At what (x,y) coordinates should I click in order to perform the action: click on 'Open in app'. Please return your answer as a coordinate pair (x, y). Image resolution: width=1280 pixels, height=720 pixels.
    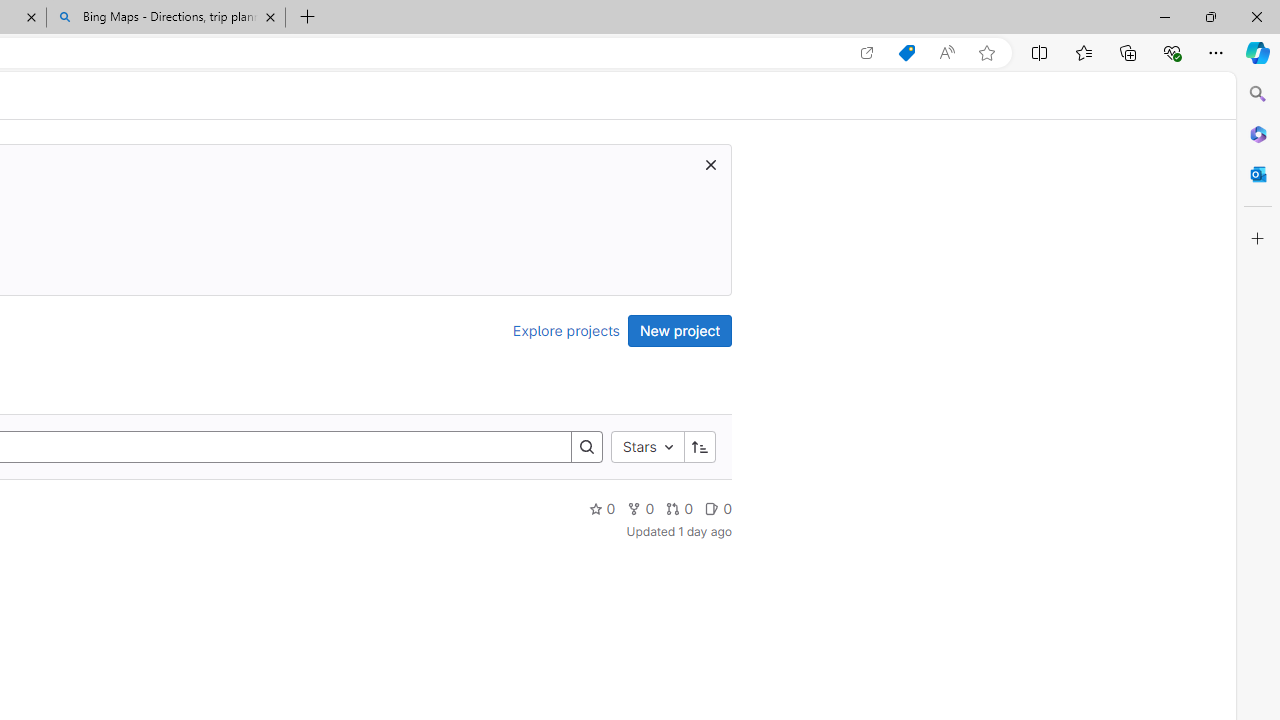
    Looking at the image, I should click on (867, 52).